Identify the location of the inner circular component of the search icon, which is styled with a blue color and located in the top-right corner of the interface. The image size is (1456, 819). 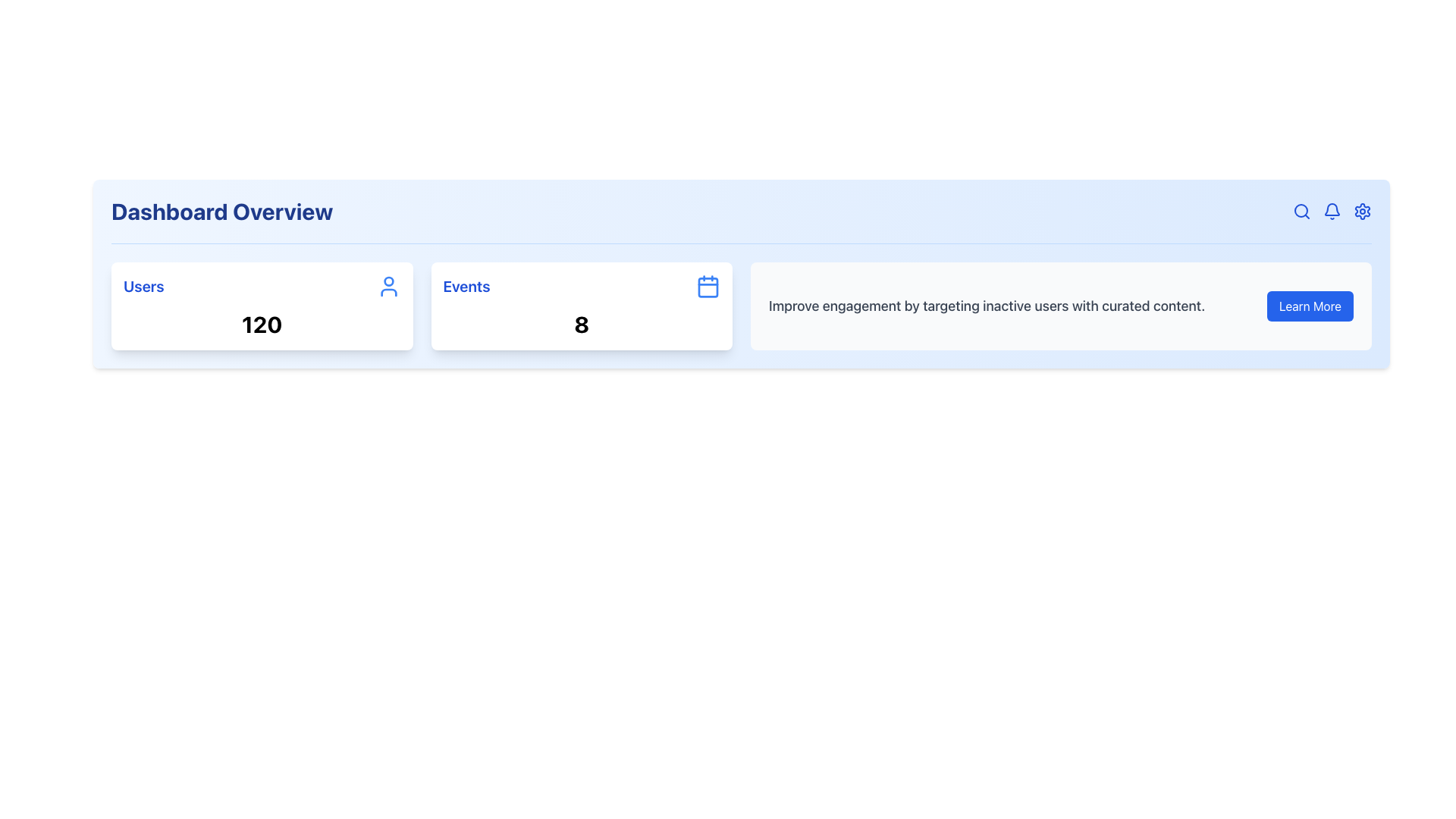
(1301, 210).